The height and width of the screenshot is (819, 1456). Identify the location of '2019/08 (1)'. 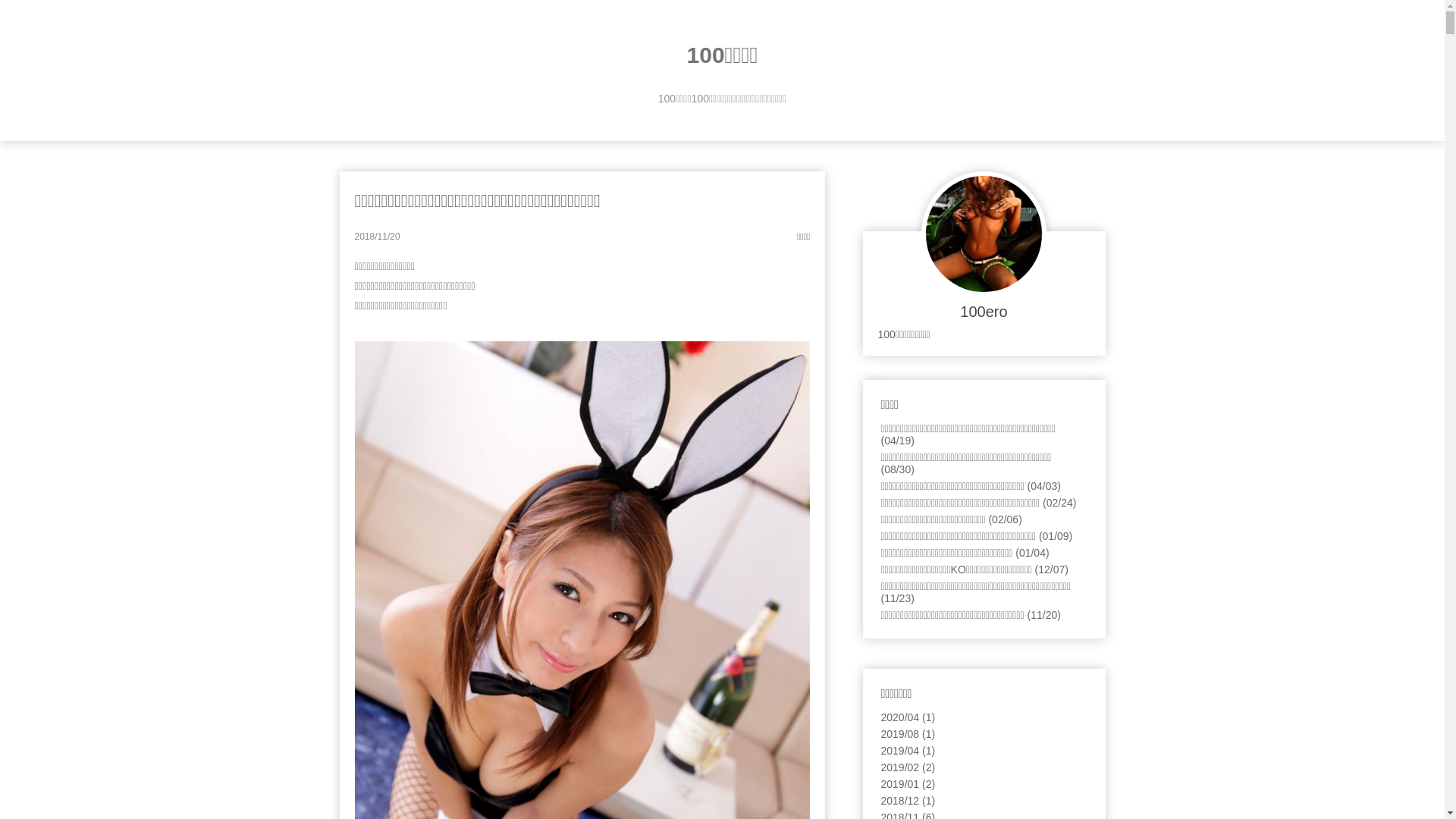
(908, 733).